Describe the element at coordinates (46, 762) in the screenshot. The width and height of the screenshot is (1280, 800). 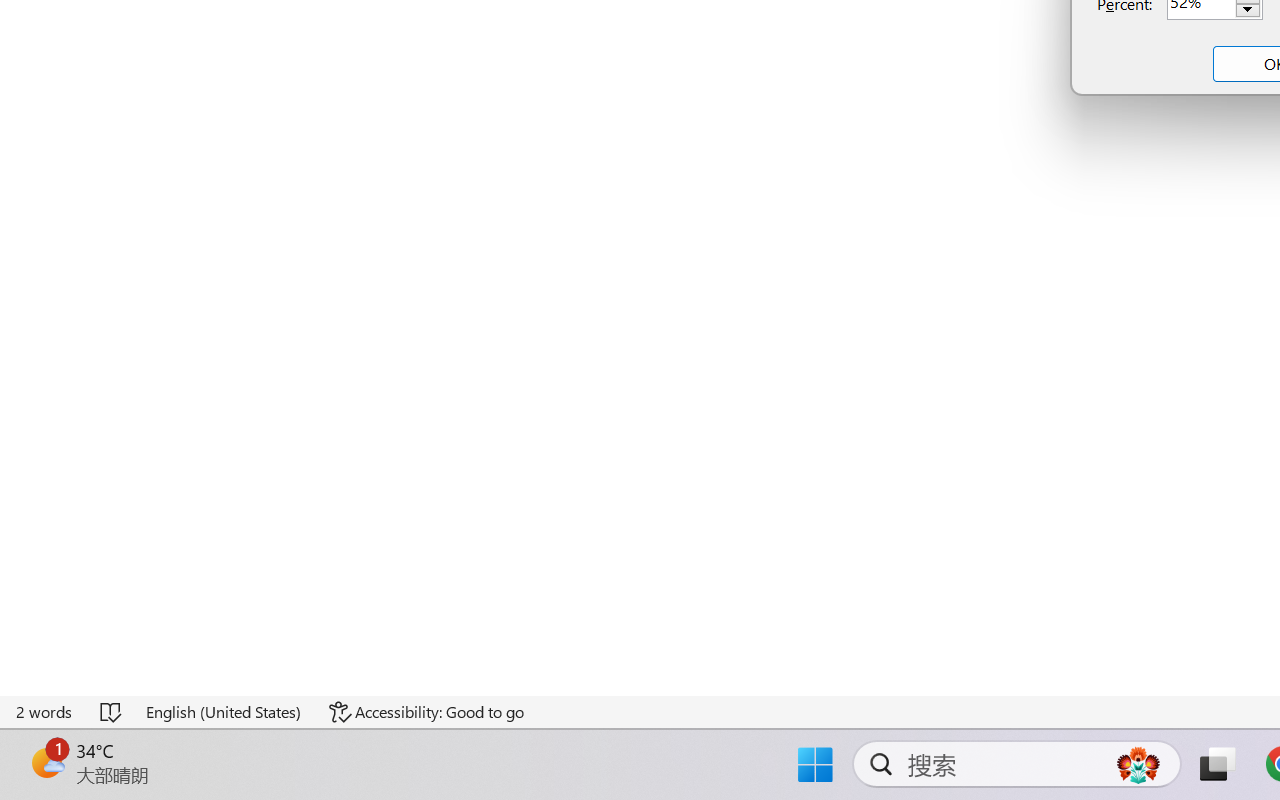
I see `'AutomationID: BadgeAnchorLargeTicker'` at that location.